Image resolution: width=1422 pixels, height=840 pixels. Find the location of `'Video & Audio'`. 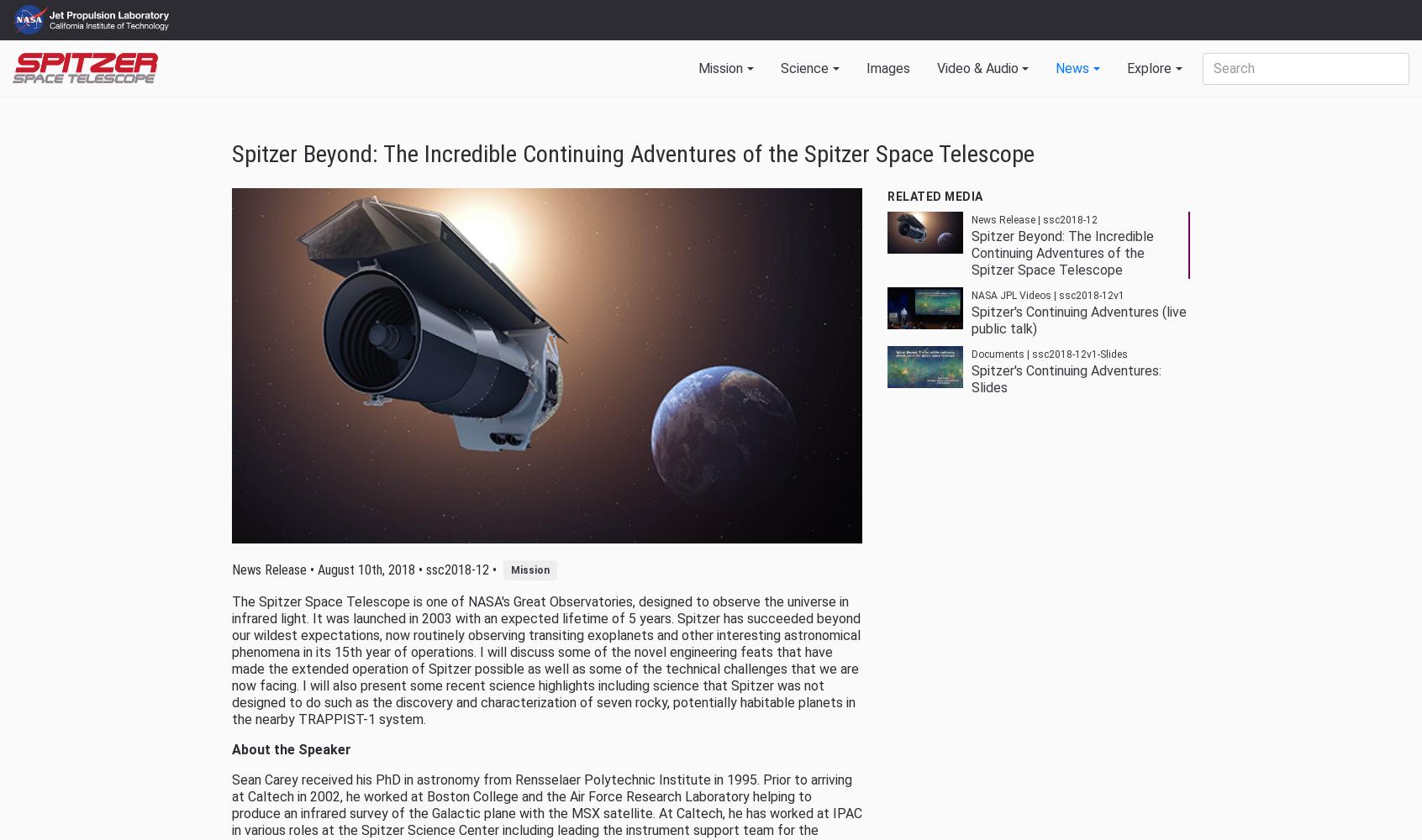

'Video & Audio' is located at coordinates (976, 66).